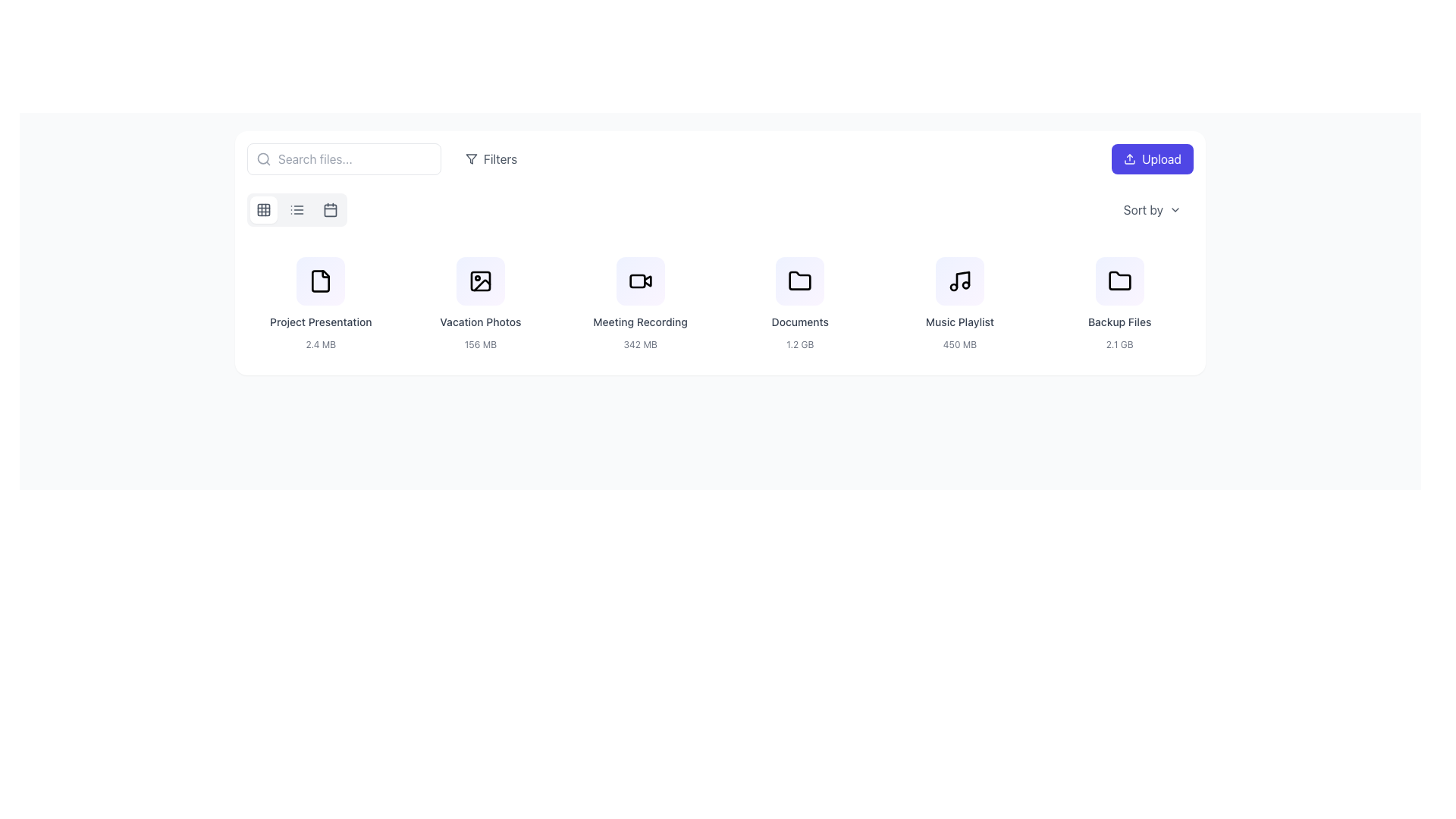  Describe the element at coordinates (1119, 281) in the screenshot. I see `the folder icon with a black outline and gradient background labeled 'Backup Files'` at that location.